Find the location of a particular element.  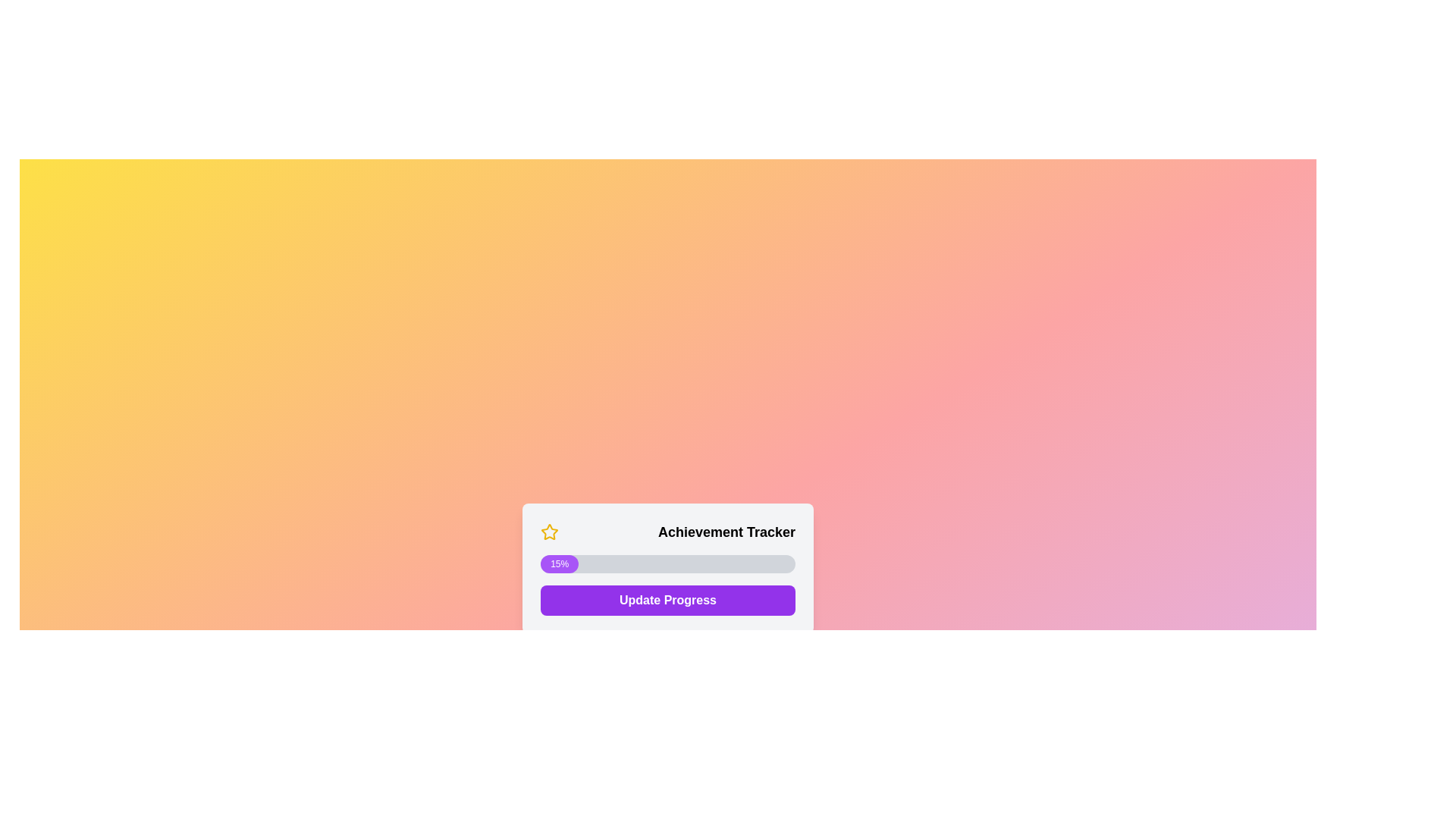

the 'Achievement Tracker' text label, which is bold and displays a star icon to the left, indicating a tracking feature is located at coordinates (667, 532).